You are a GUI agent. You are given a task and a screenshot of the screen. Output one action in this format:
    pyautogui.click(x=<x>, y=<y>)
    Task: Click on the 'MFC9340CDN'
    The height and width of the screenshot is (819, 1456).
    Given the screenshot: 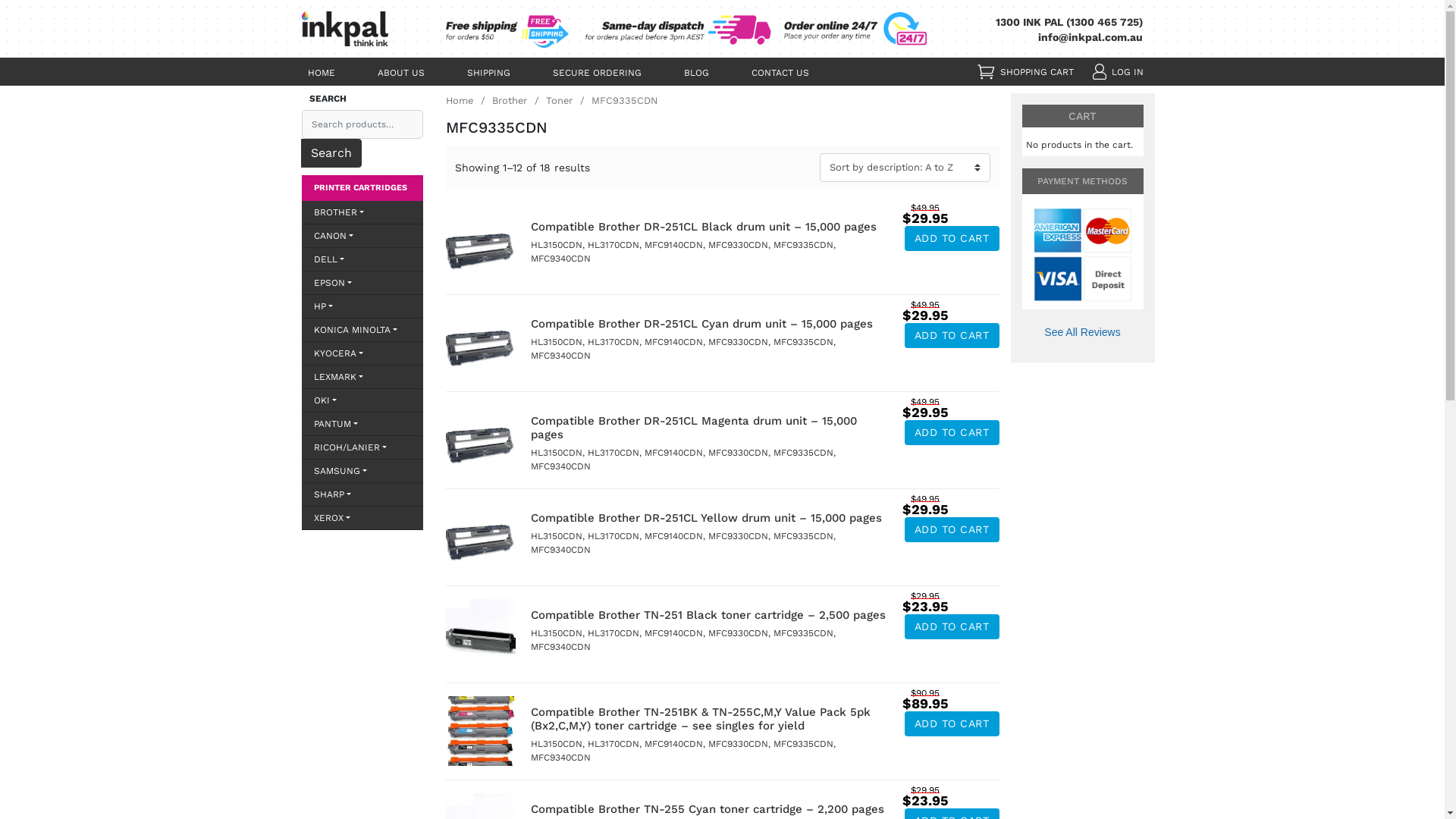 What is the action you would take?
    pyautogui.click(x=560, y=257)
    